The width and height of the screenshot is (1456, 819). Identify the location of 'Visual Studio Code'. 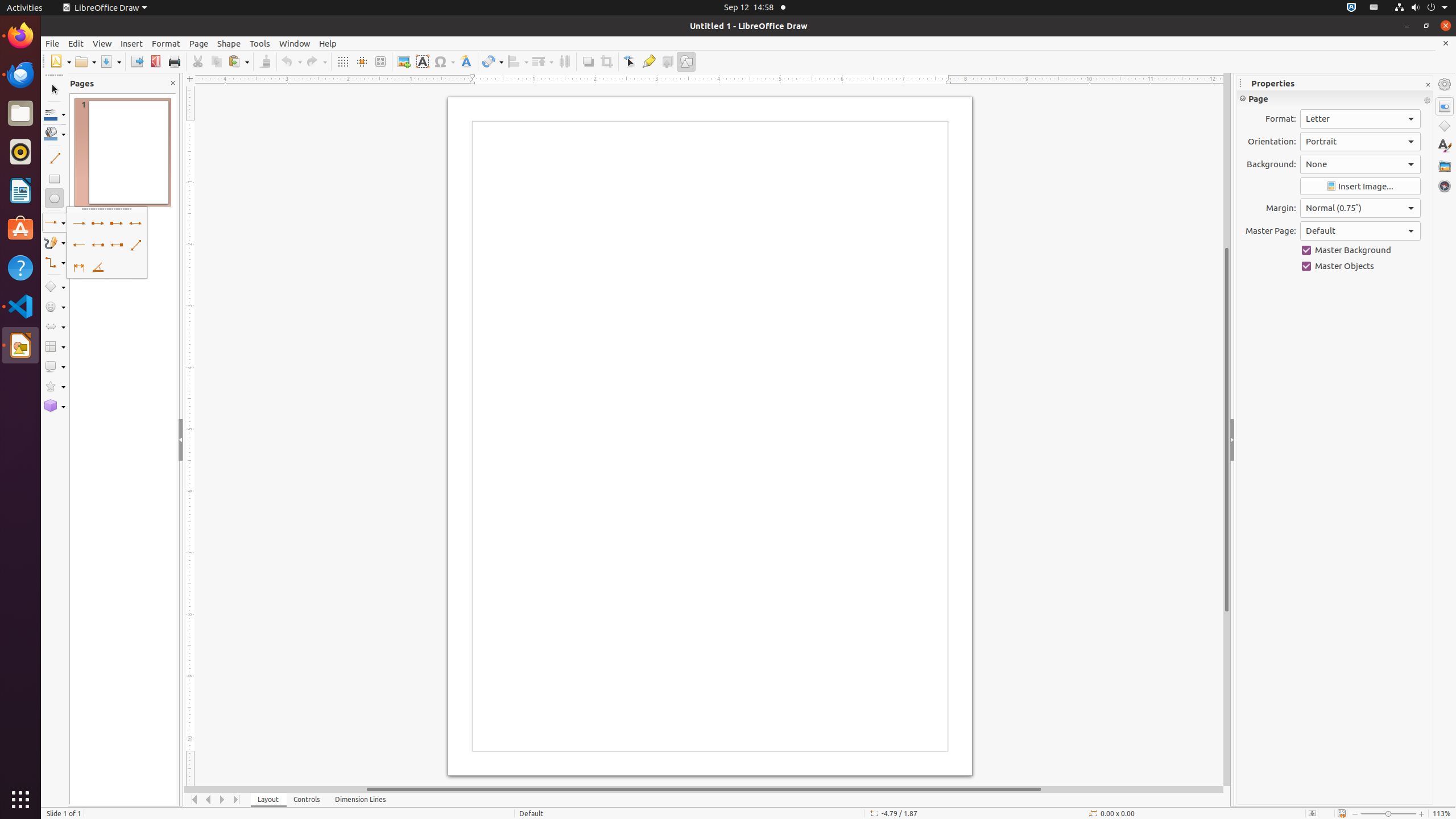
(20, 305).